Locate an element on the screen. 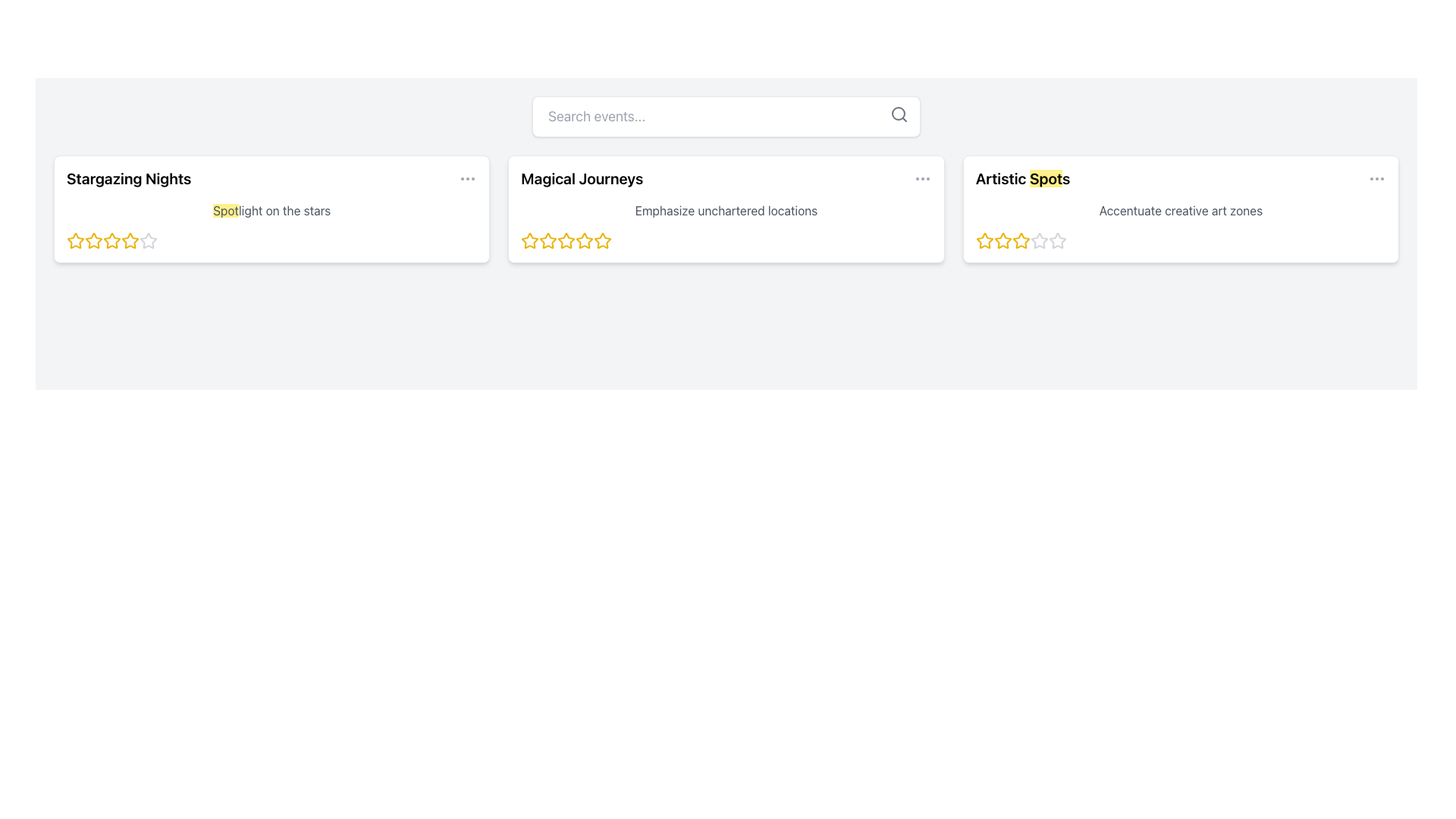 This screenshot has width=1456, height=819. the title text element 'Magical Journeys', which is centered near the top of the middle card in a three-card layout, serving as the main heading for its card is located at coordinates (581, 177).